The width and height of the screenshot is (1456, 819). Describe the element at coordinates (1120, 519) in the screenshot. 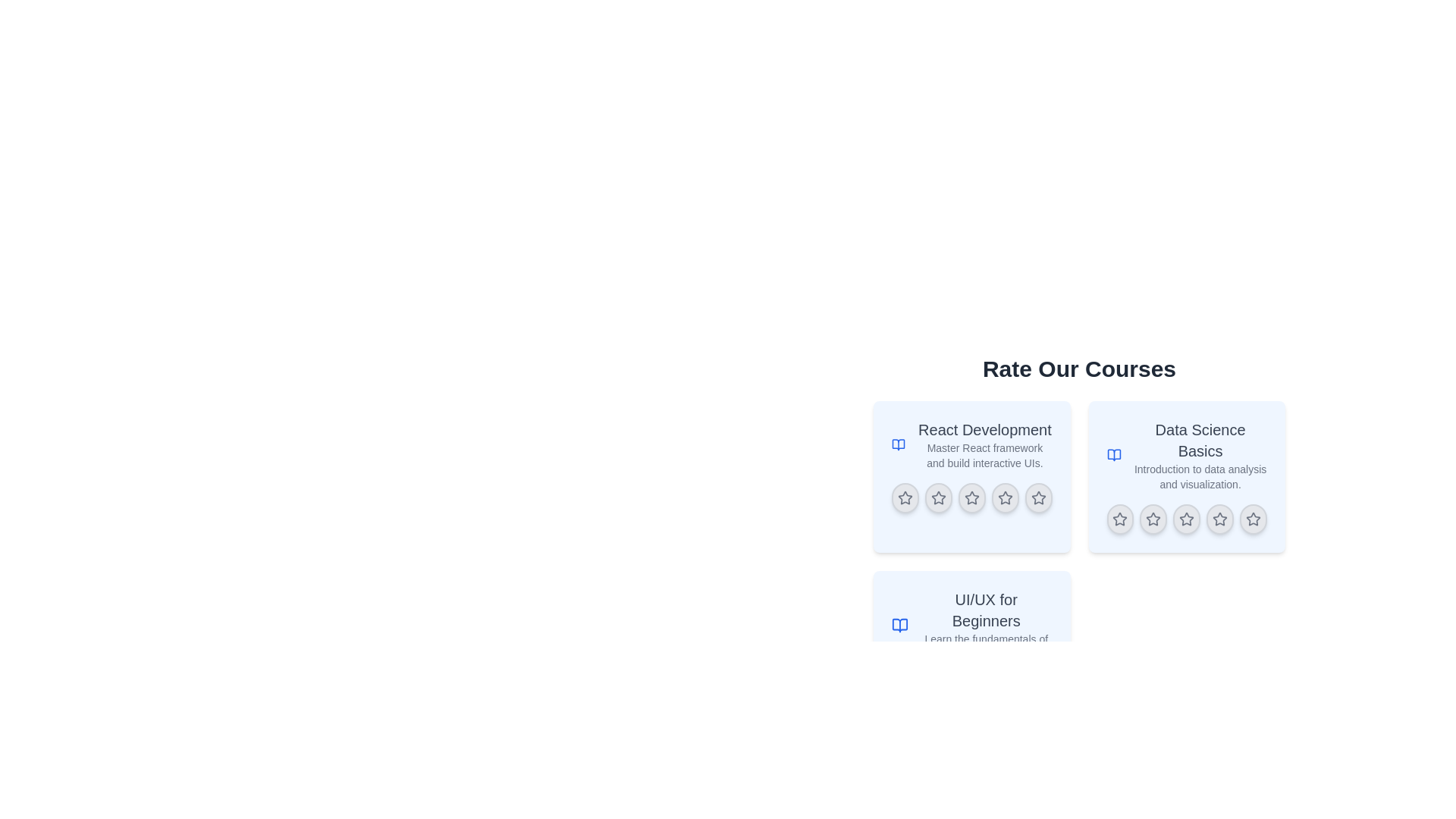

I see `the Star button for rating located in the second column, second row of the rating system to indicate a positive rating for 'Data Science Basics'` at that location.